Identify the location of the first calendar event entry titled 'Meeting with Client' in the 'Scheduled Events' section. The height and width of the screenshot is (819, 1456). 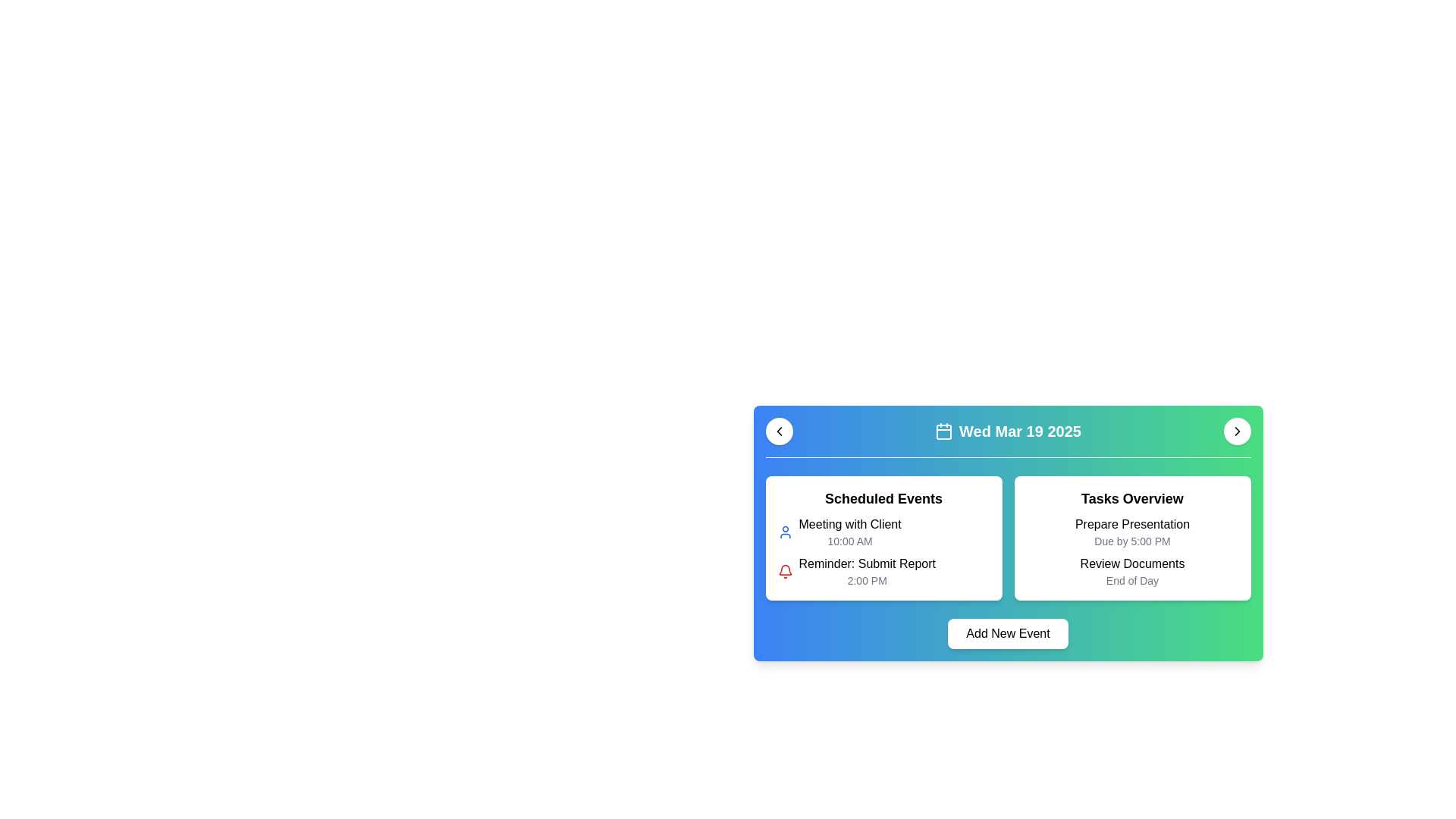
(883, 532).